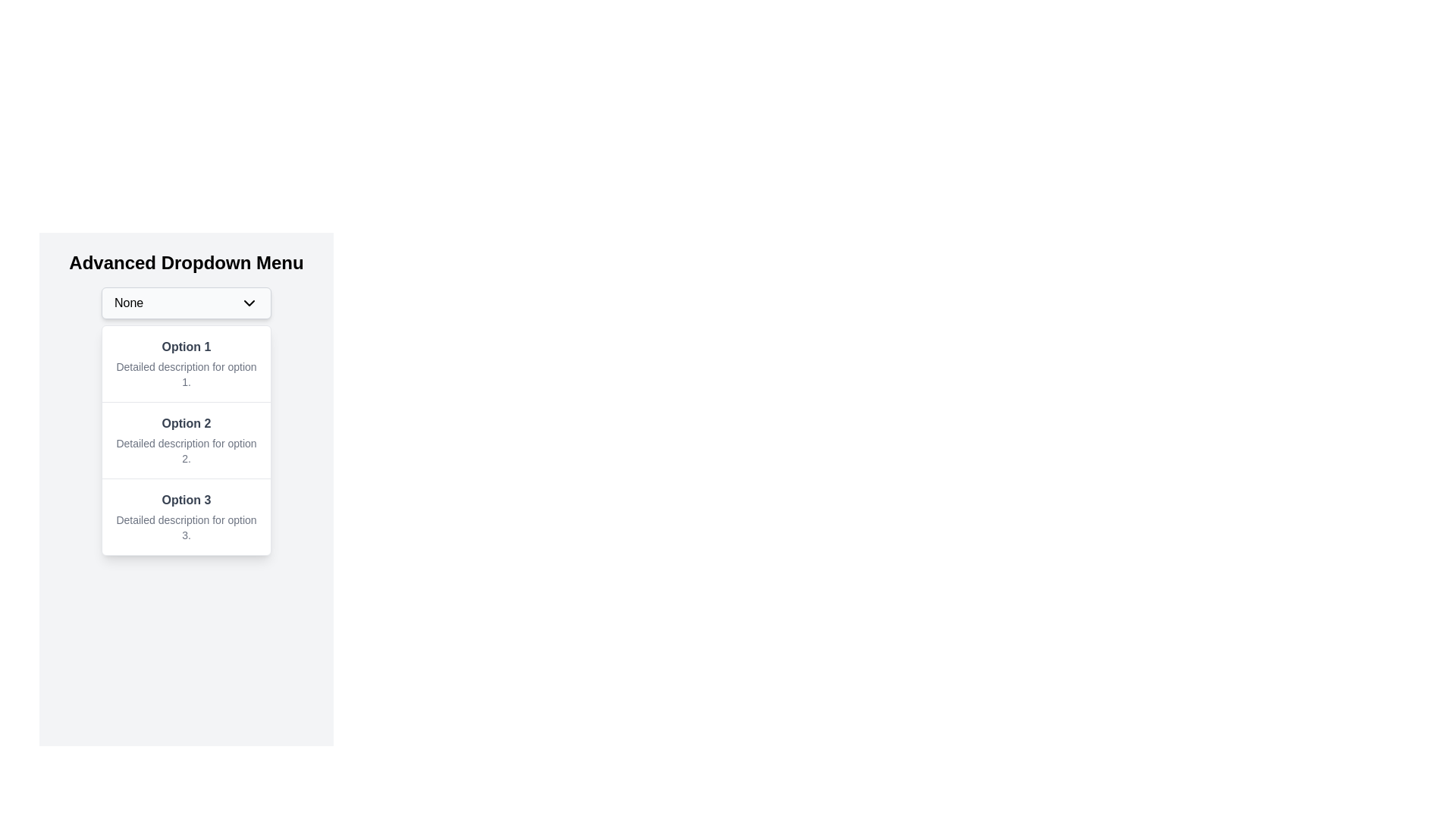  I want to click on the static text label displaying 'Option 3', which is part of a dropdown menu and is the first text in the third option of a vertically arranged list, so click(185, 500).